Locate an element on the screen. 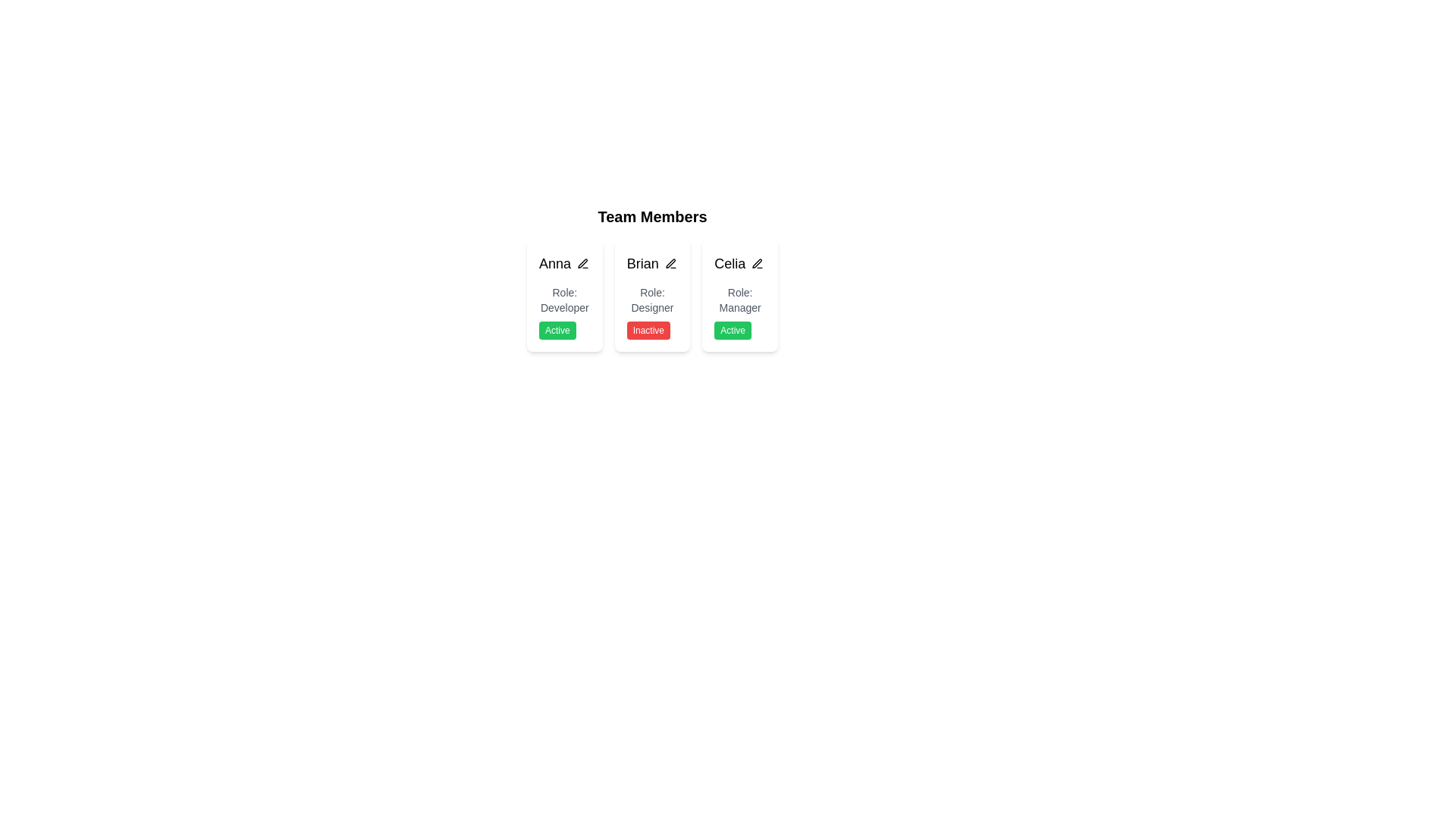 Image resolution: width=1456 pixels, height=819 pixels. the text label 'Role: Developer' which is styled in gray and located within the white rounded card labeled 'Anna'. This label is positioned below the name label and above the status indicator is located at coordinates (563, 300).